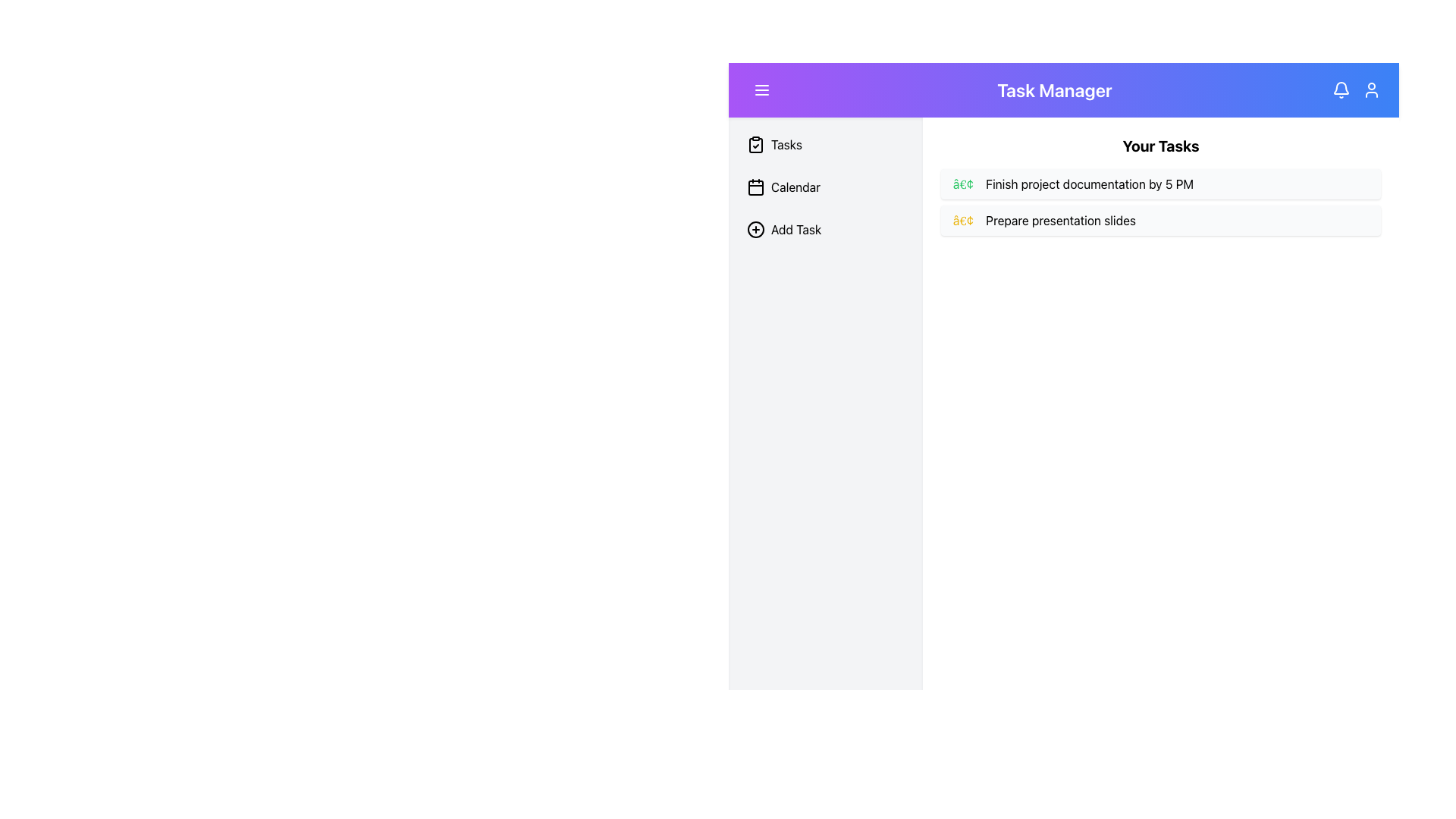 This screenshot has height=819, width=1456. Describe the element at coordinates (1160, 184) in the screenshot. I see `task text of the first item in the task manager interface, which is 'Finish project documentation by 5 PM', identified by its light gray background and green bullet point` at that location.